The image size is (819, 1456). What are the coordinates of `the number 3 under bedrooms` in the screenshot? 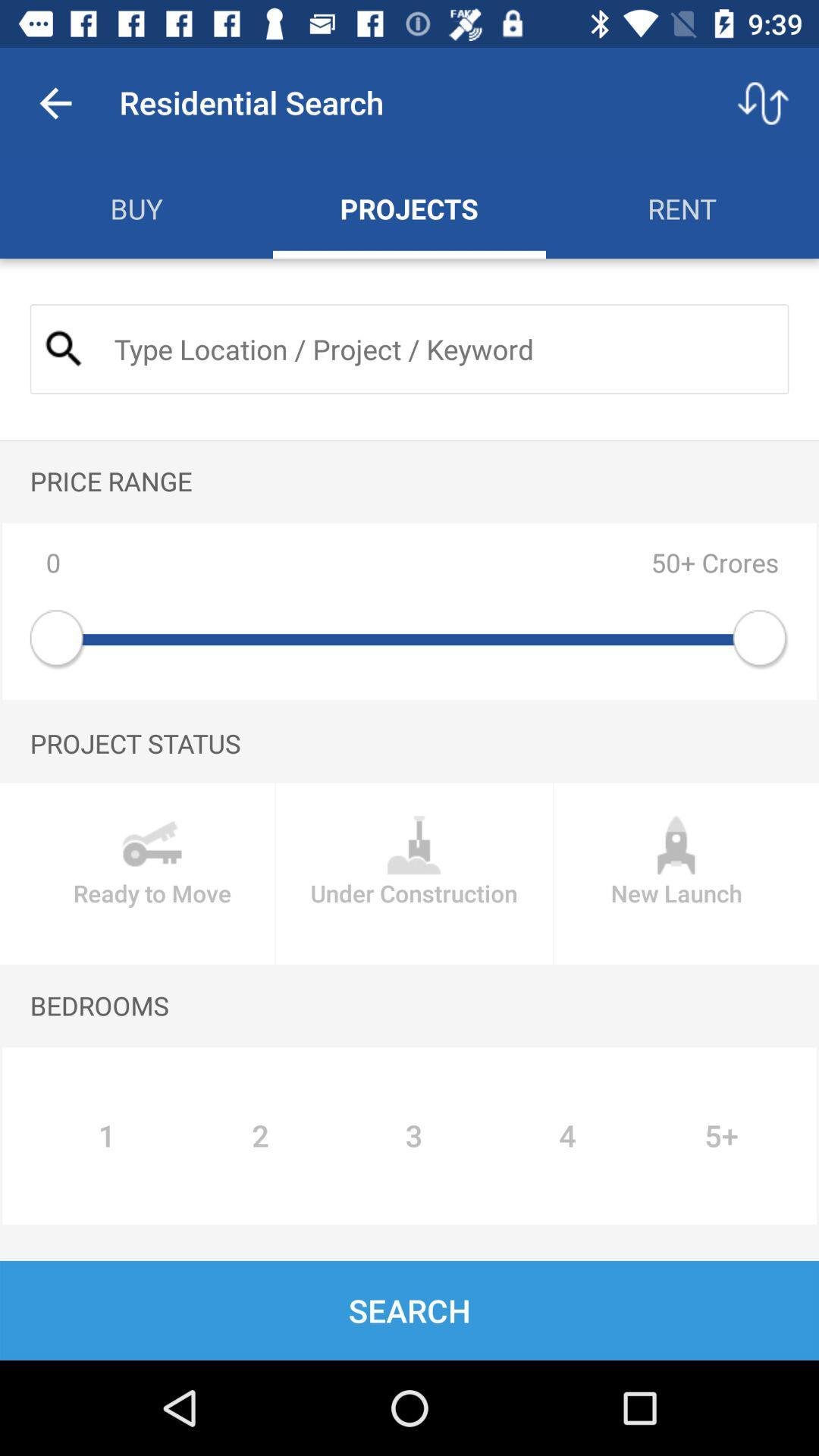 It's located at (414, 1135).